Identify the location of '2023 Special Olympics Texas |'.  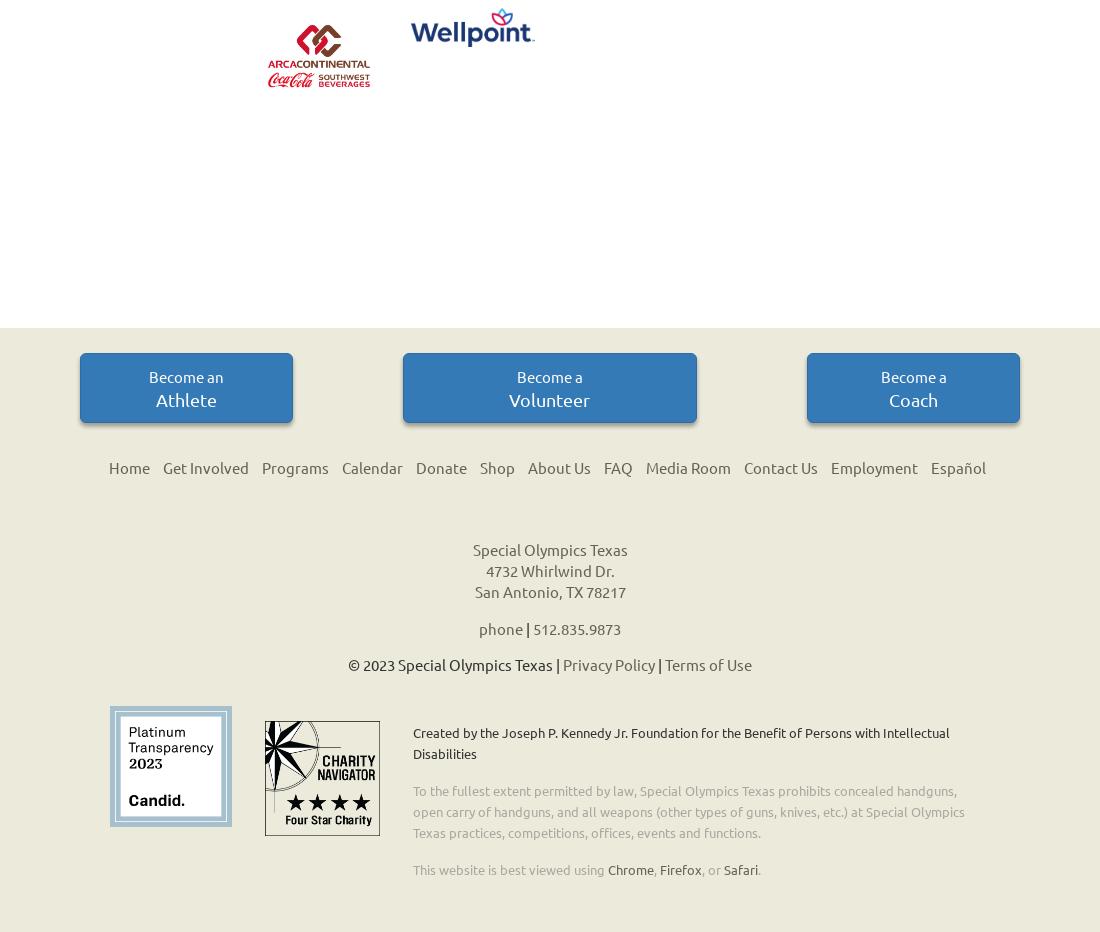
(461, 664).